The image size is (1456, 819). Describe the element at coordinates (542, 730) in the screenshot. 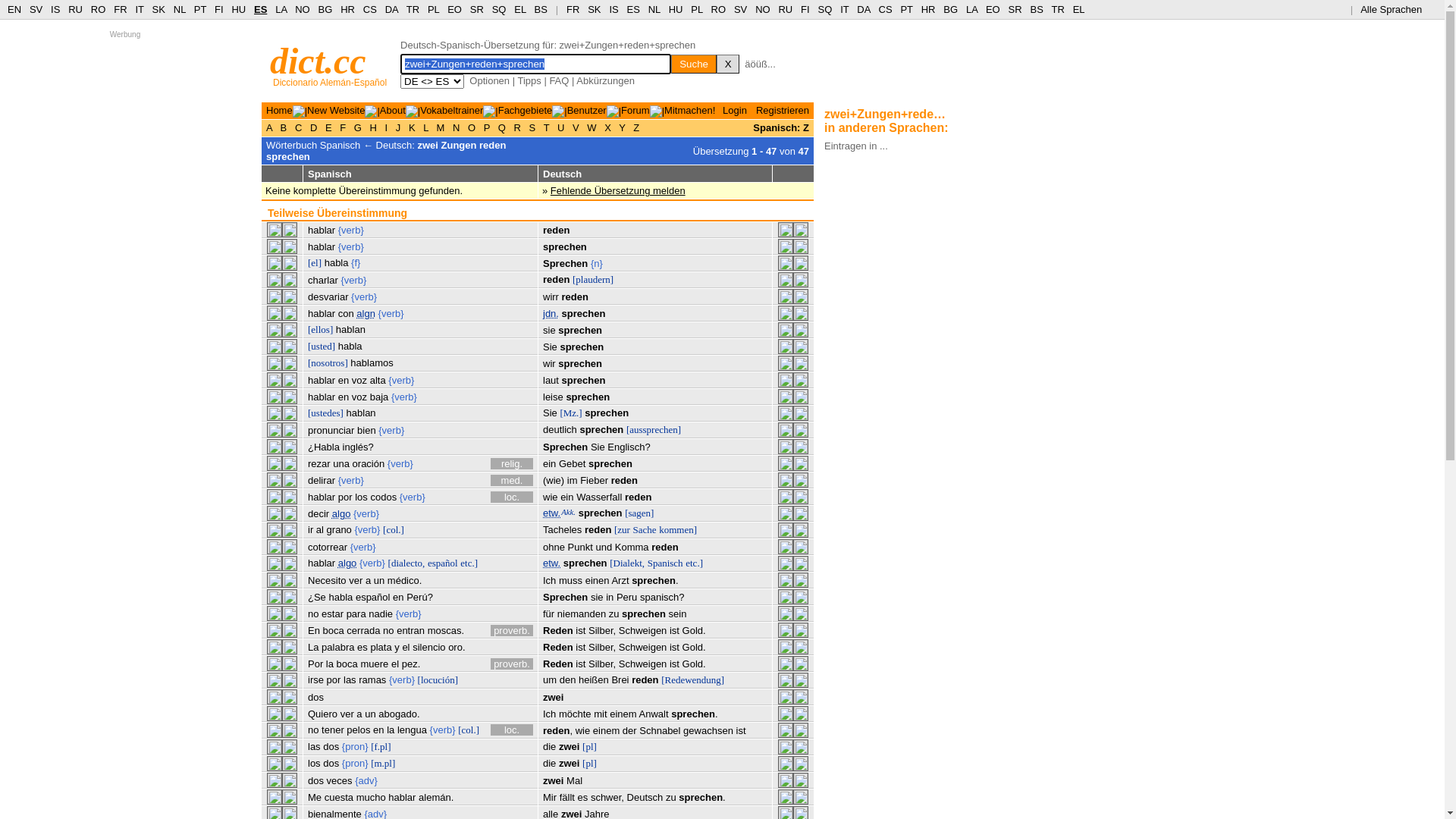

I see `'reden,'` at that location.